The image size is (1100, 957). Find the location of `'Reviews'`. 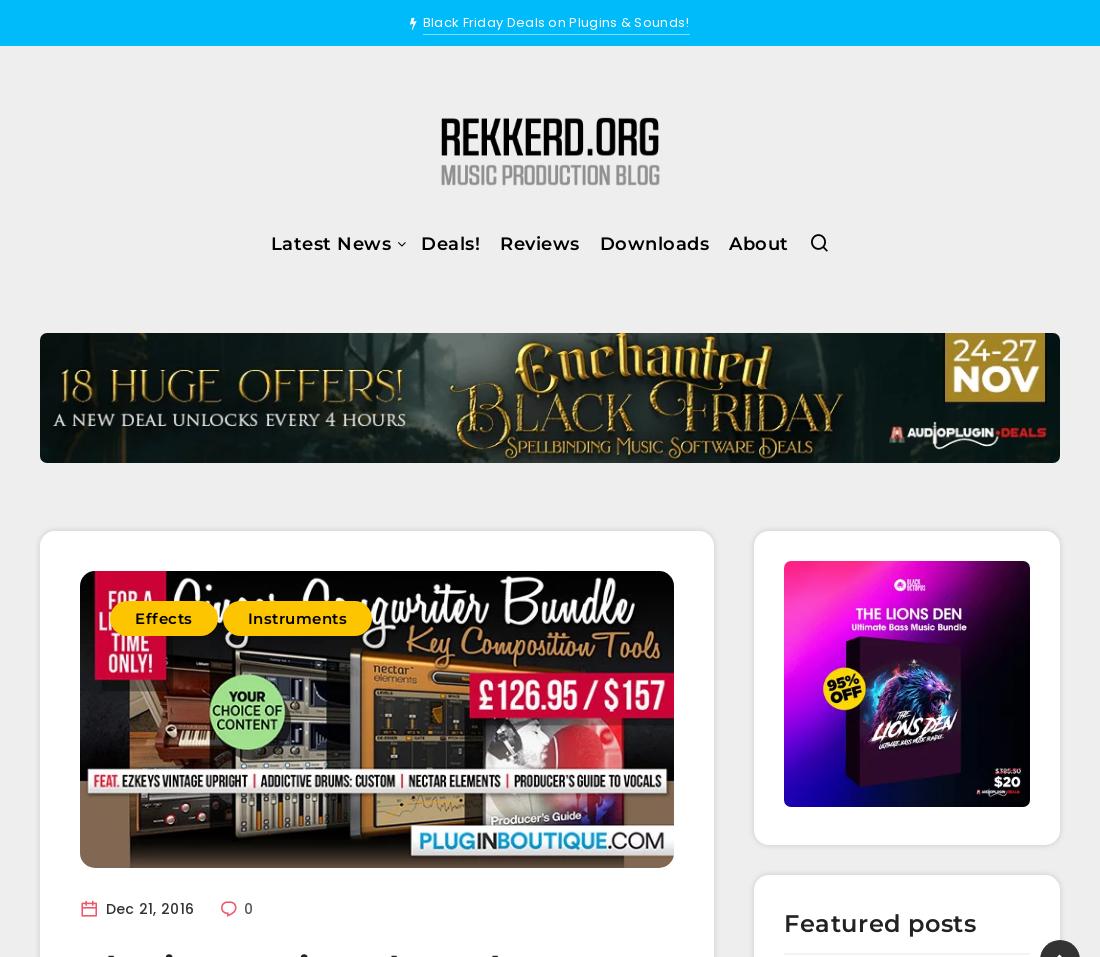

'Reviews' is located at coordinates (499, 241).